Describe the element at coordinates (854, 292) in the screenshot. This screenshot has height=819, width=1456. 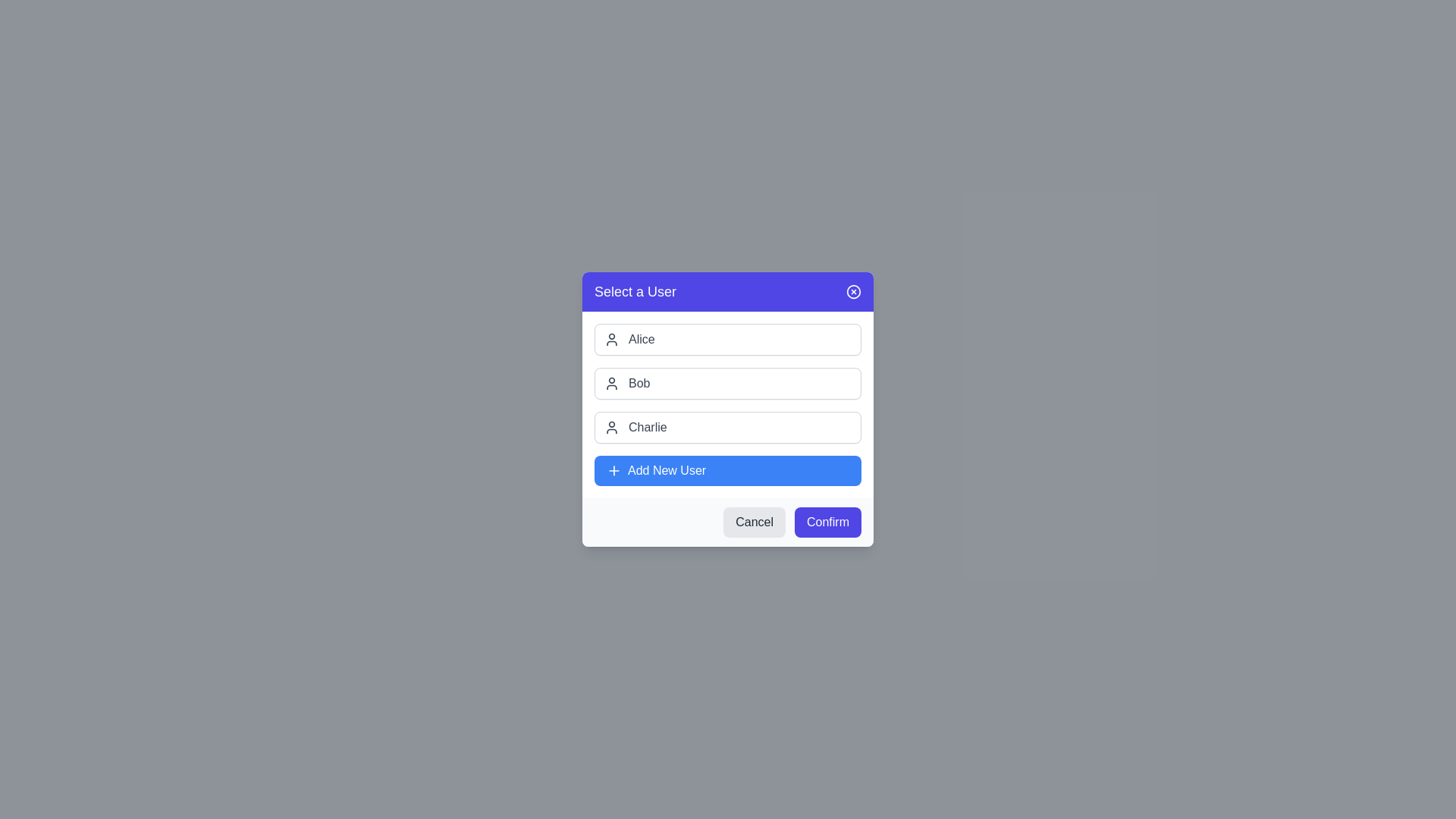
I see `the circular button with a cross ('X') icon in the upper-right corner of the 'Select a User' modal` at that location.